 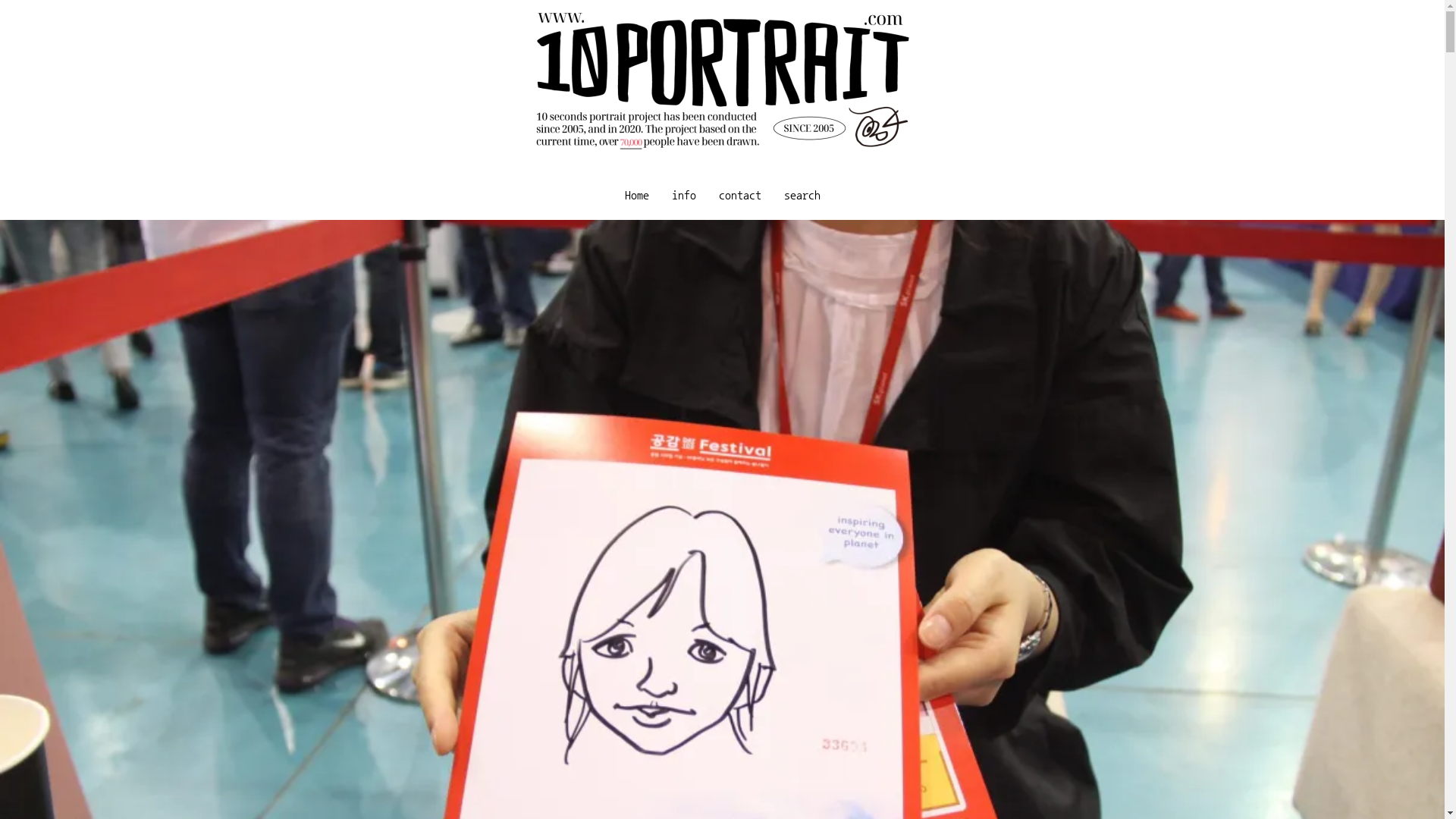 I want to click on 'search', so click(x=800, y=194).